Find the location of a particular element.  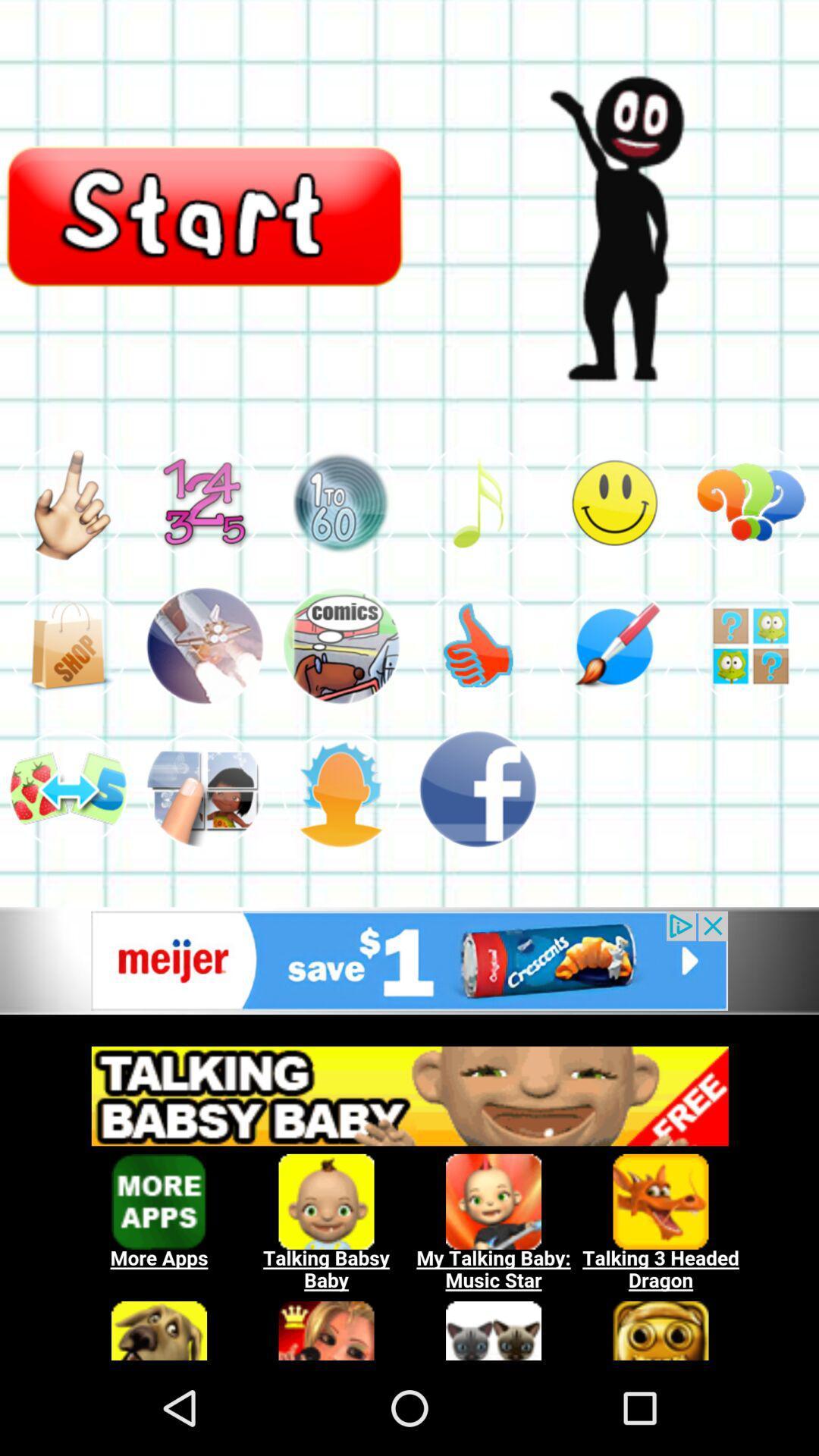

painting activity is located at coordinates (614, 645).